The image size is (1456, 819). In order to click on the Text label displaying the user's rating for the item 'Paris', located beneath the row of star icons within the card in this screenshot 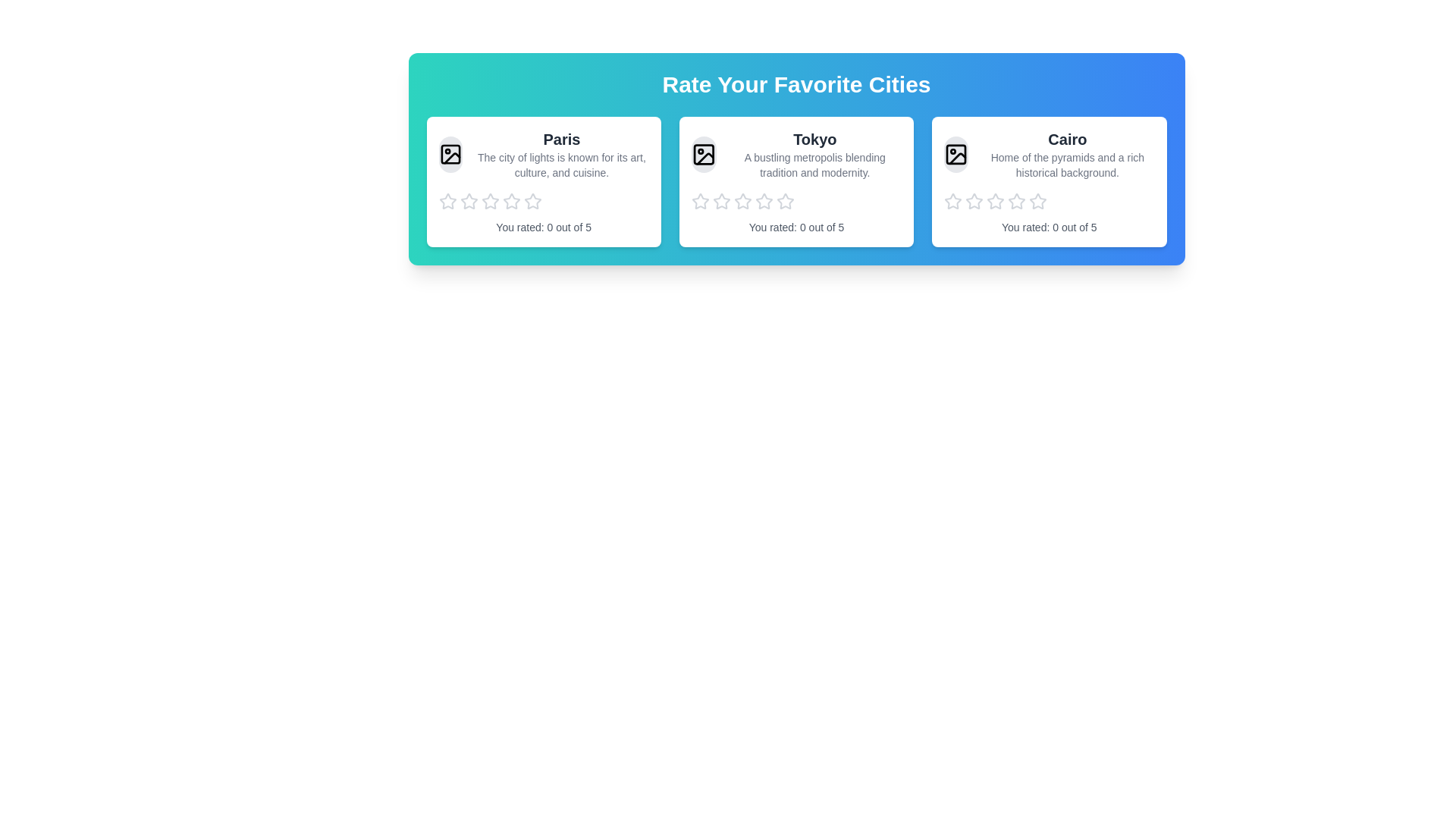, I will do `click(544, 227)`.